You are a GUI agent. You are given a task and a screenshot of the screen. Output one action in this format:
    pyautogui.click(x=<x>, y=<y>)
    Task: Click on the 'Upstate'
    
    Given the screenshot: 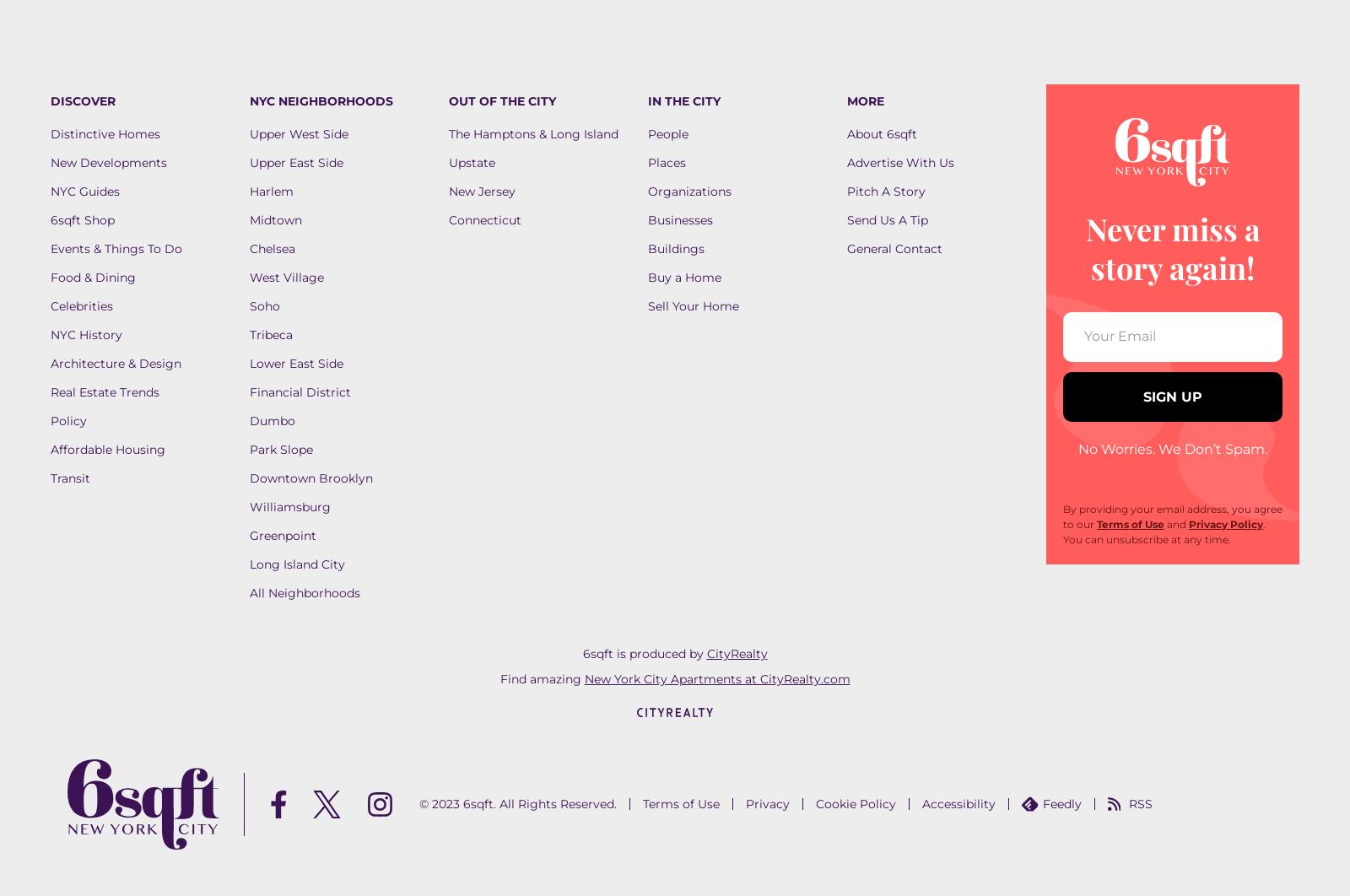 What is the action you would take?
    pyautogui.click(x=448, y=162)
    